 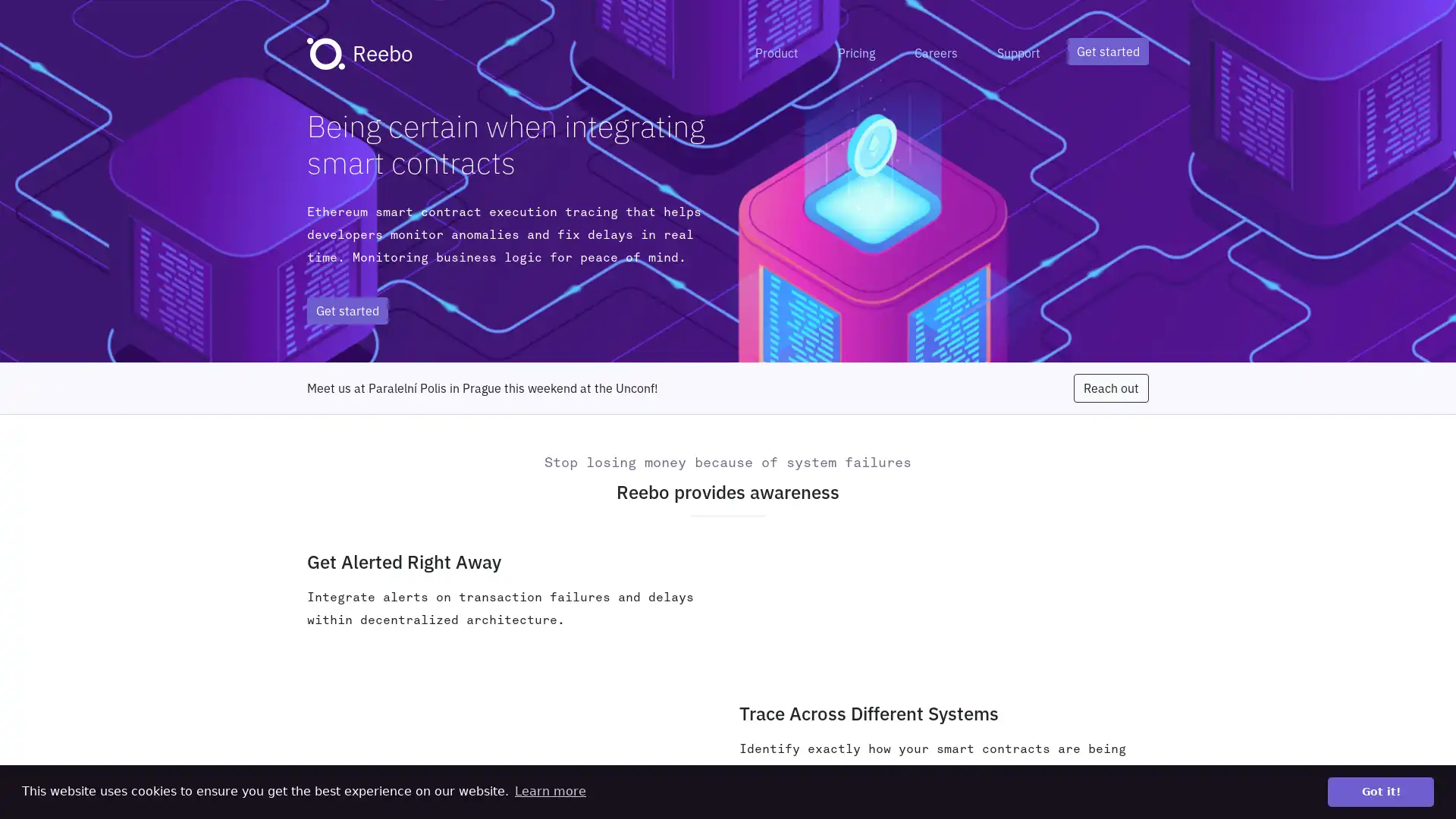 What do you see at coordinates (347, 309) in the screenshot?
I see `Get started` at bounding box center [347, 309].